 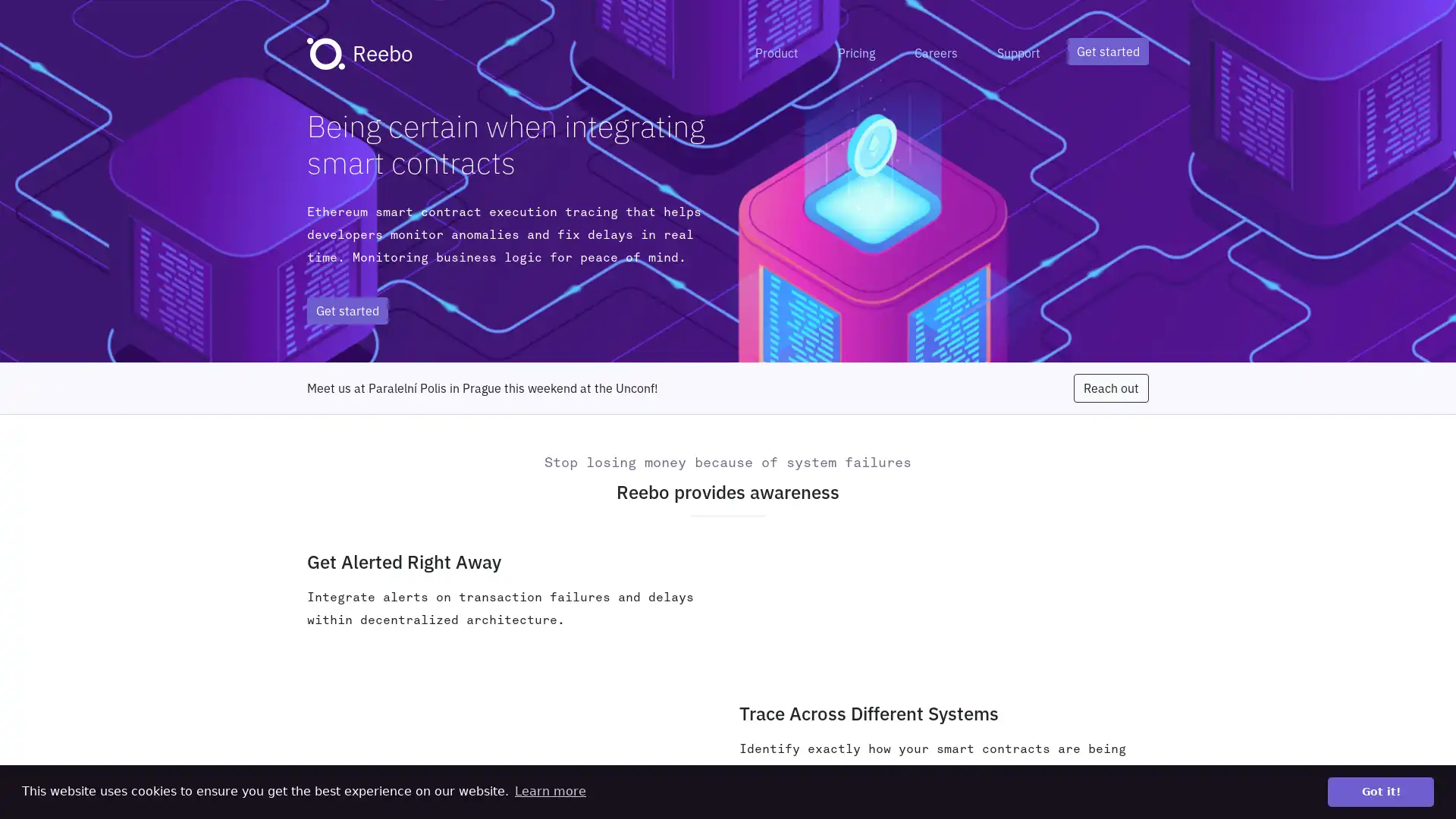 What do you see at coordinates (347, 309) in the screenshot?
I see `Get started` at bounding box center [347, 309].